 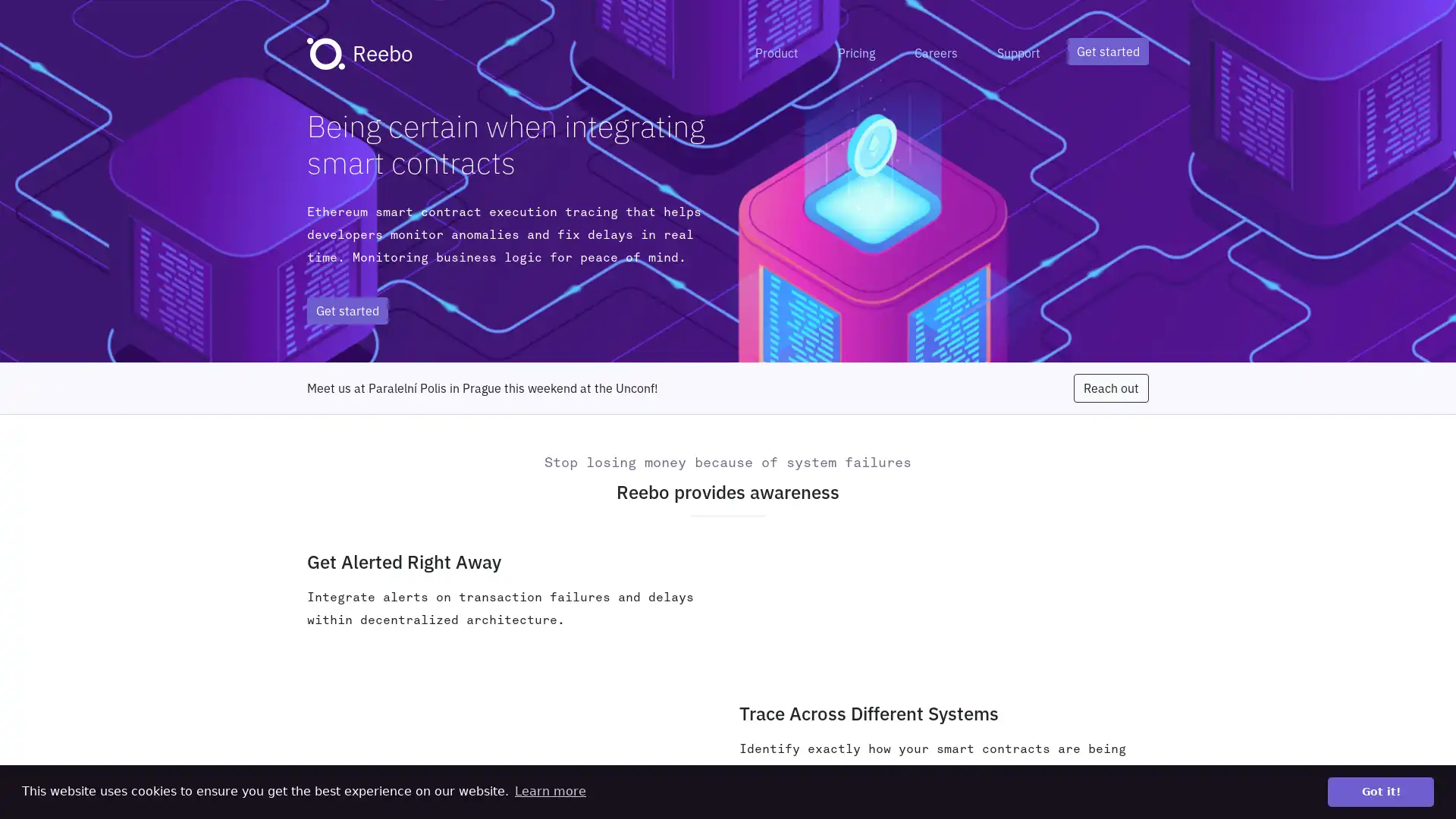 What do you see at coordinates (347, 309) in the screenshot?
I see `Get started` at bounding box center [347, 309].